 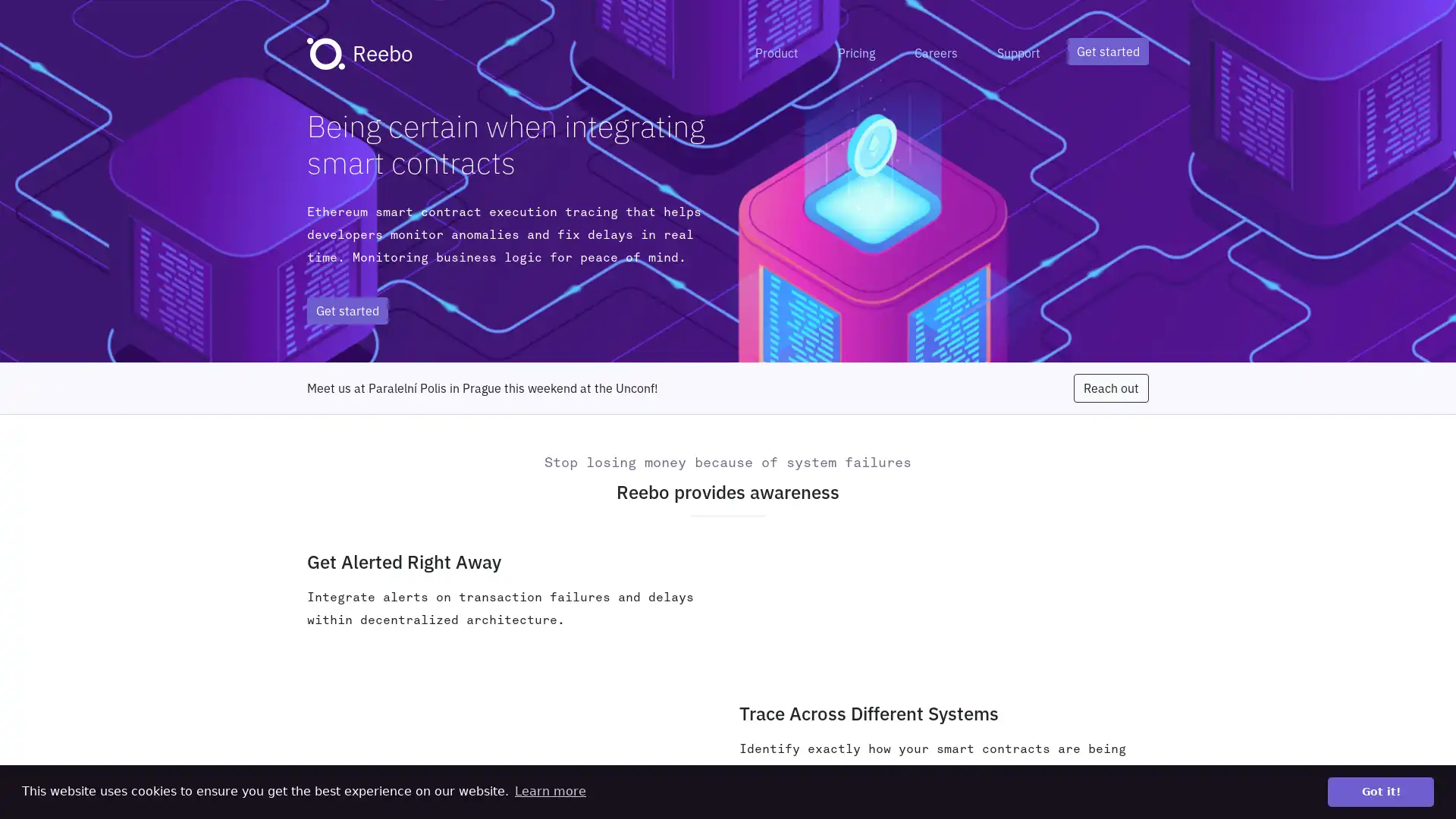 What do you see at coordinates (347, 309) in the screenshot?
I see `Get started` at bounding box center [347, 309].